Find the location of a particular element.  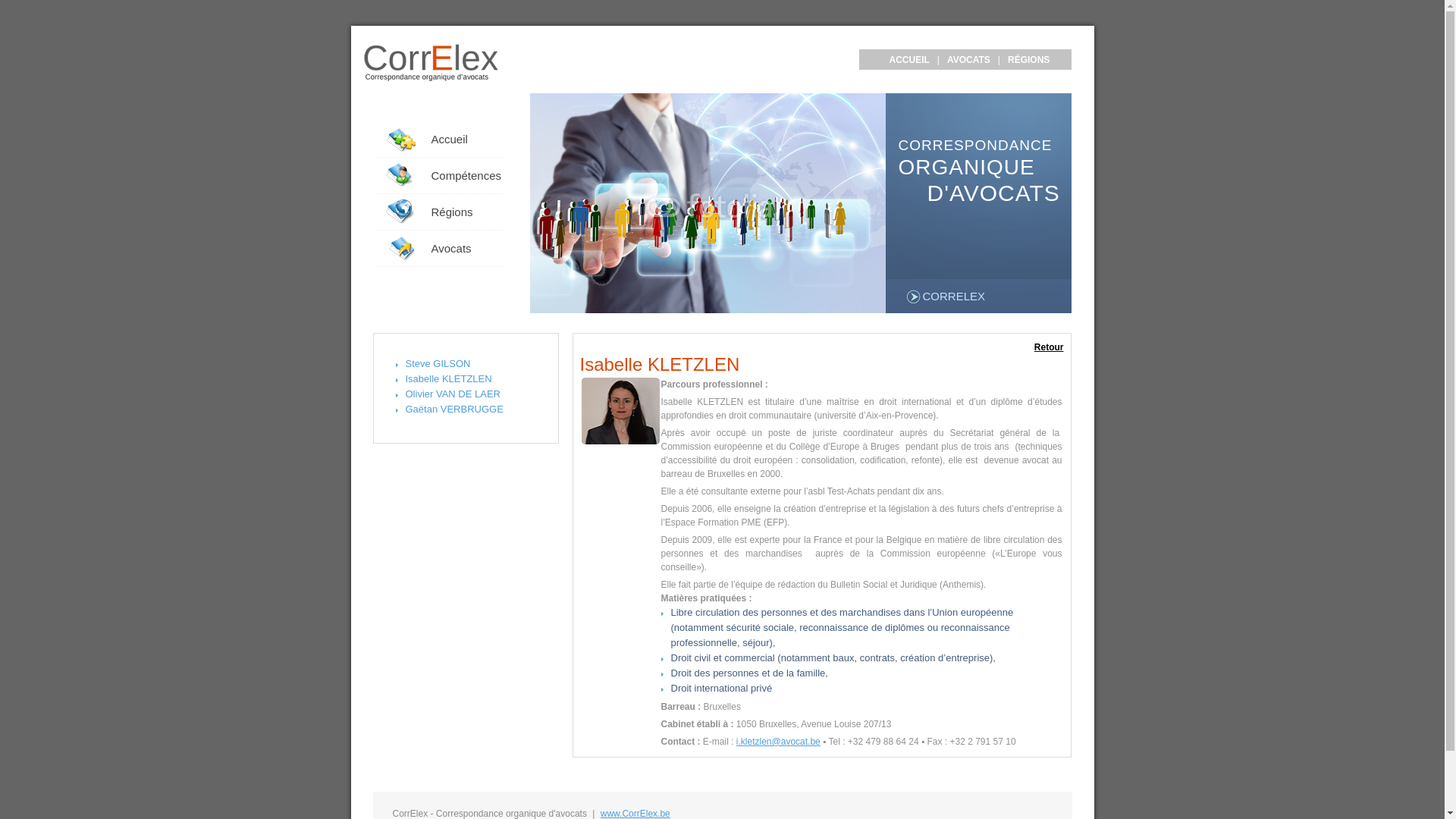

'Accueil' is located at coordinates (442, 140).